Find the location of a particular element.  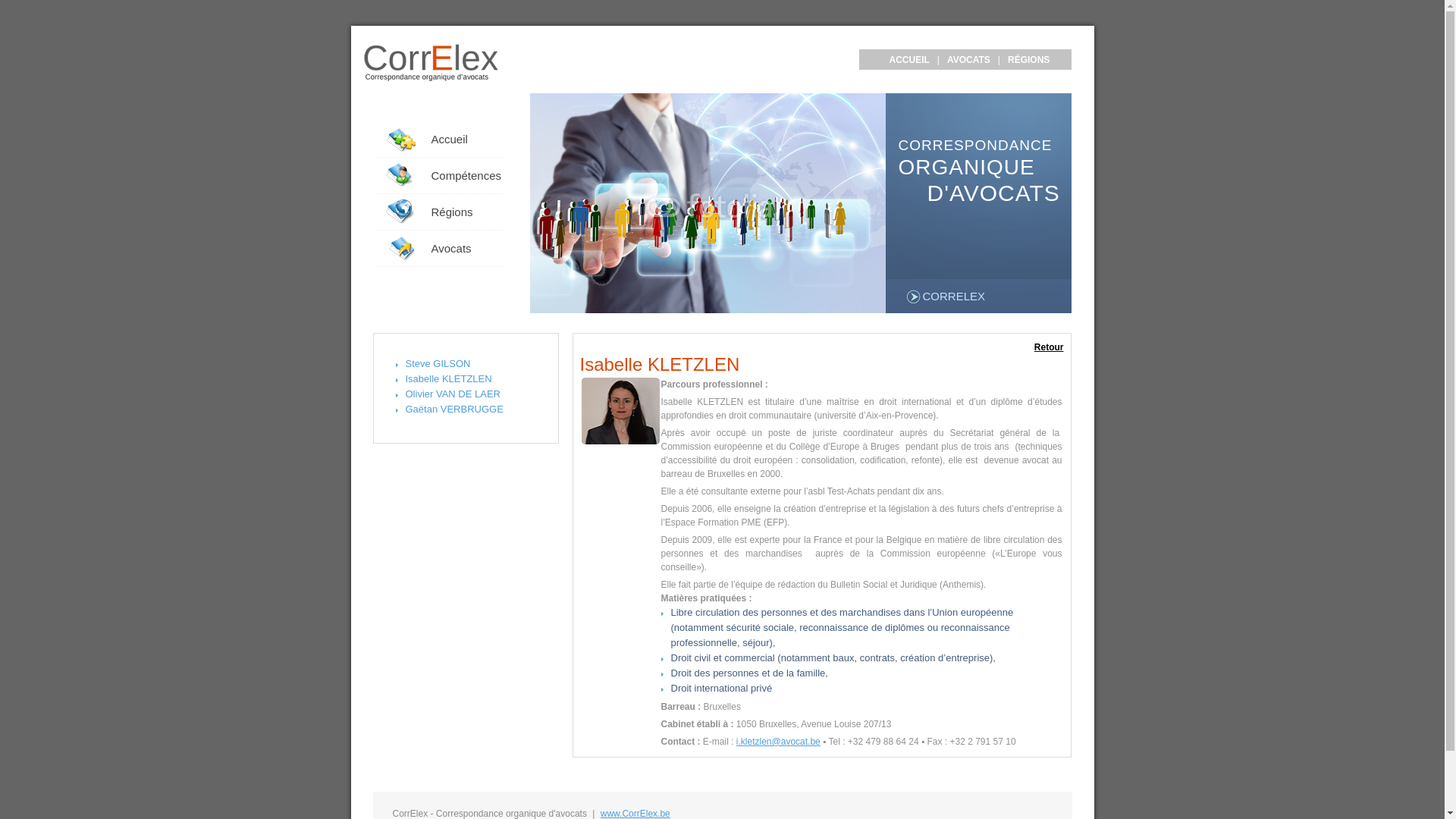

'Accueil' is located at coordinates (442, 140).